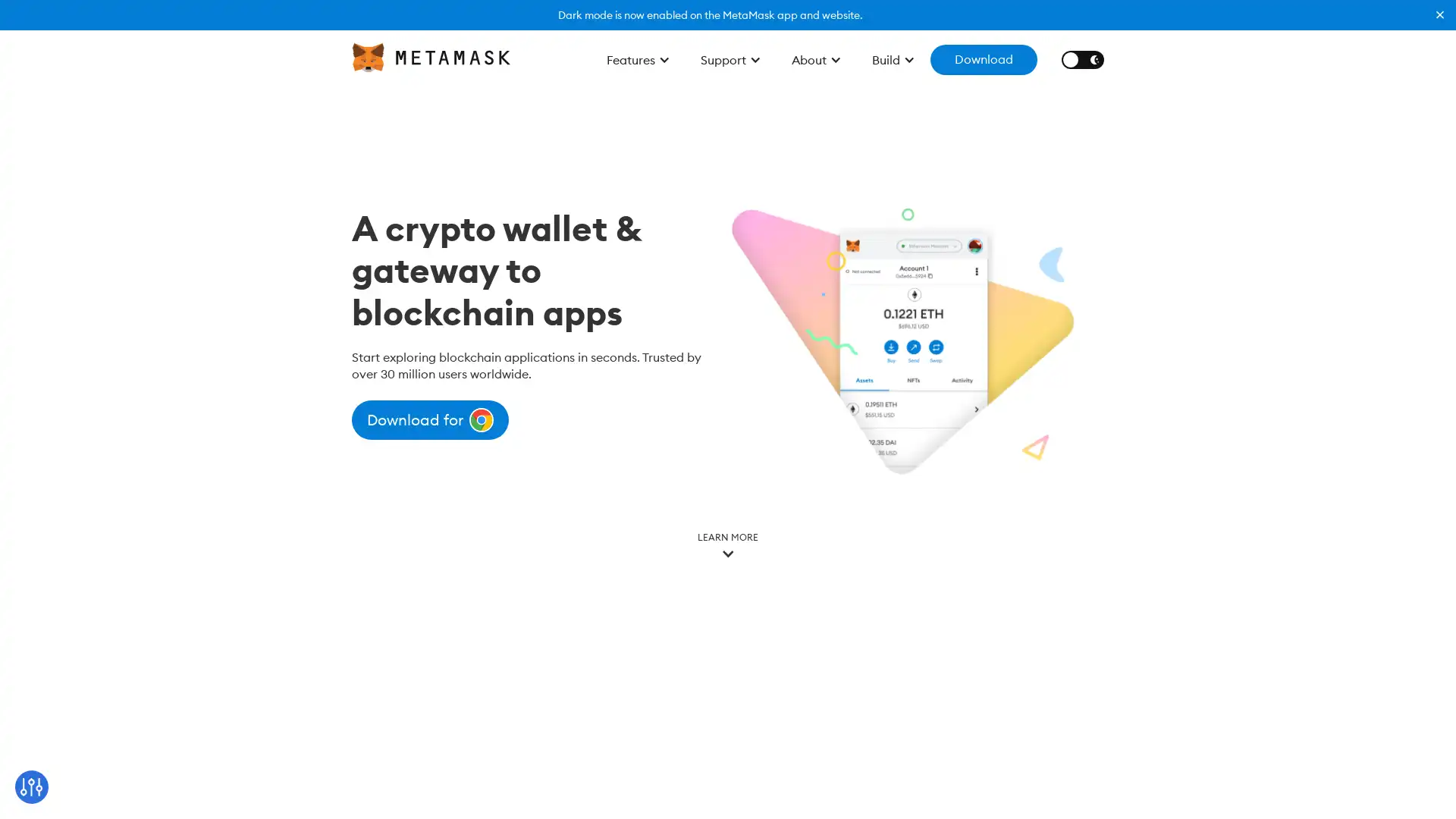 The width and height of the screenshot is (1456, 819). I want to click on Open accessibility options, statement and help, so click(32, 786).